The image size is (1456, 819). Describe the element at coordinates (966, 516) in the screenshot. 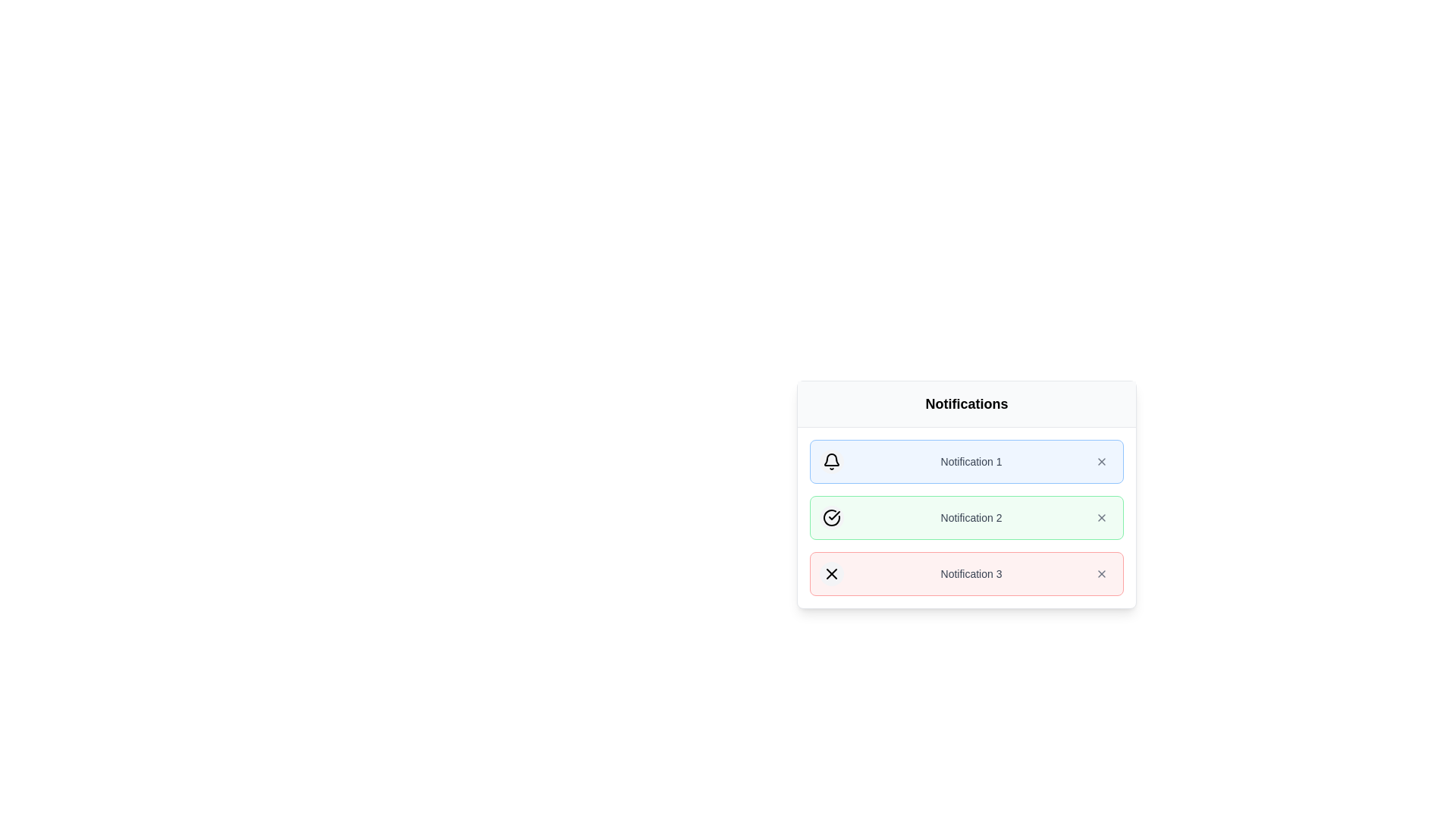

I see `the second notification item, which has a light green background, a checkmark icon on the left, and the text 'Notification 2' in the center` at that location.